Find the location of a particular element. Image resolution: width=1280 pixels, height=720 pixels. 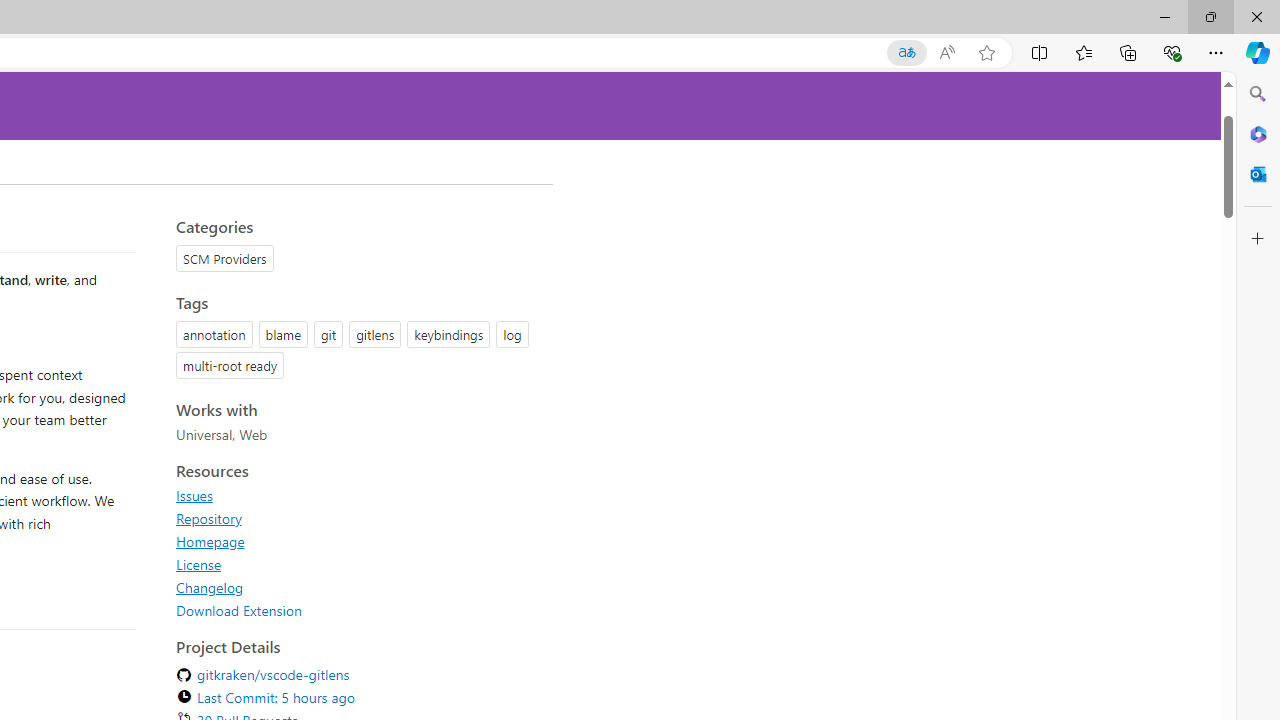

'Customize' is located at coordinates (1257, 238).